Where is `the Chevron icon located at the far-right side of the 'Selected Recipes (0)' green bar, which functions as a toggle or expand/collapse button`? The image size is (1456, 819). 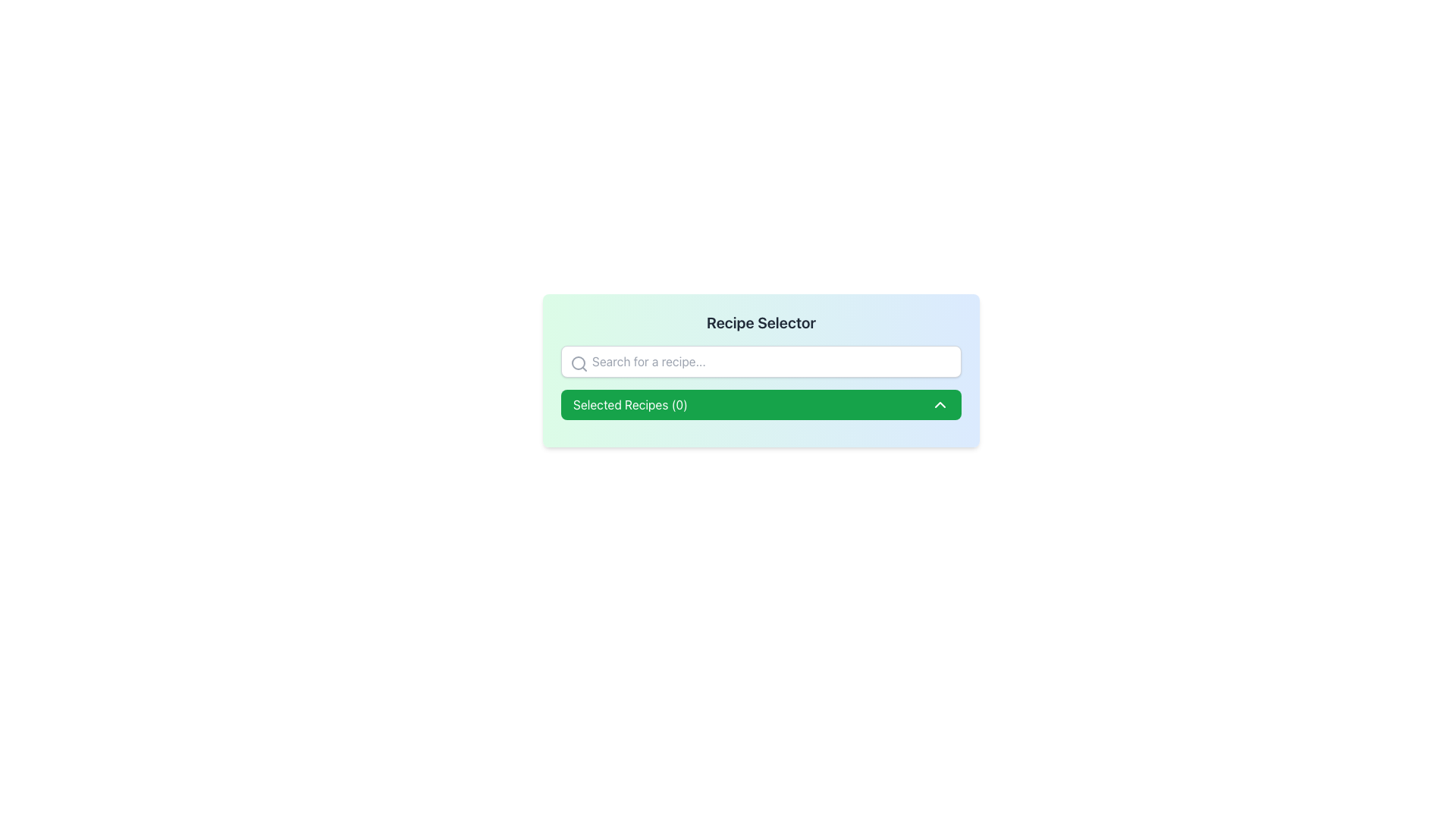
the Chevron icon located at the far-right side of the 'Selected Recipes (0)' green bar, which functions as a toggle or expand/collapse button is located at coordinates (939, 403).